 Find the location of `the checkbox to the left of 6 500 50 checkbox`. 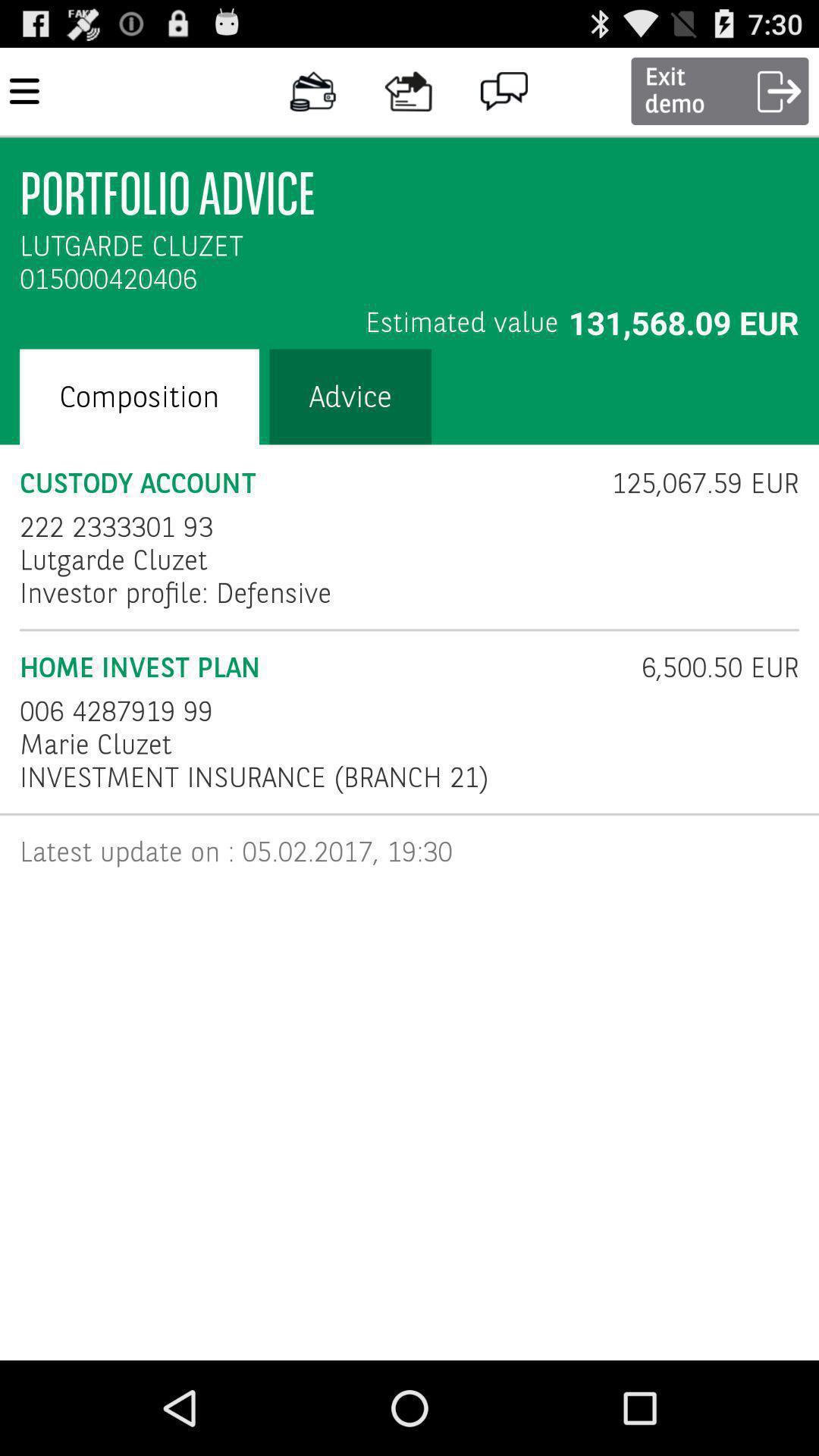

the checkbox to the left of 6 500 50 checkbox is located at coordinates (115, 711).